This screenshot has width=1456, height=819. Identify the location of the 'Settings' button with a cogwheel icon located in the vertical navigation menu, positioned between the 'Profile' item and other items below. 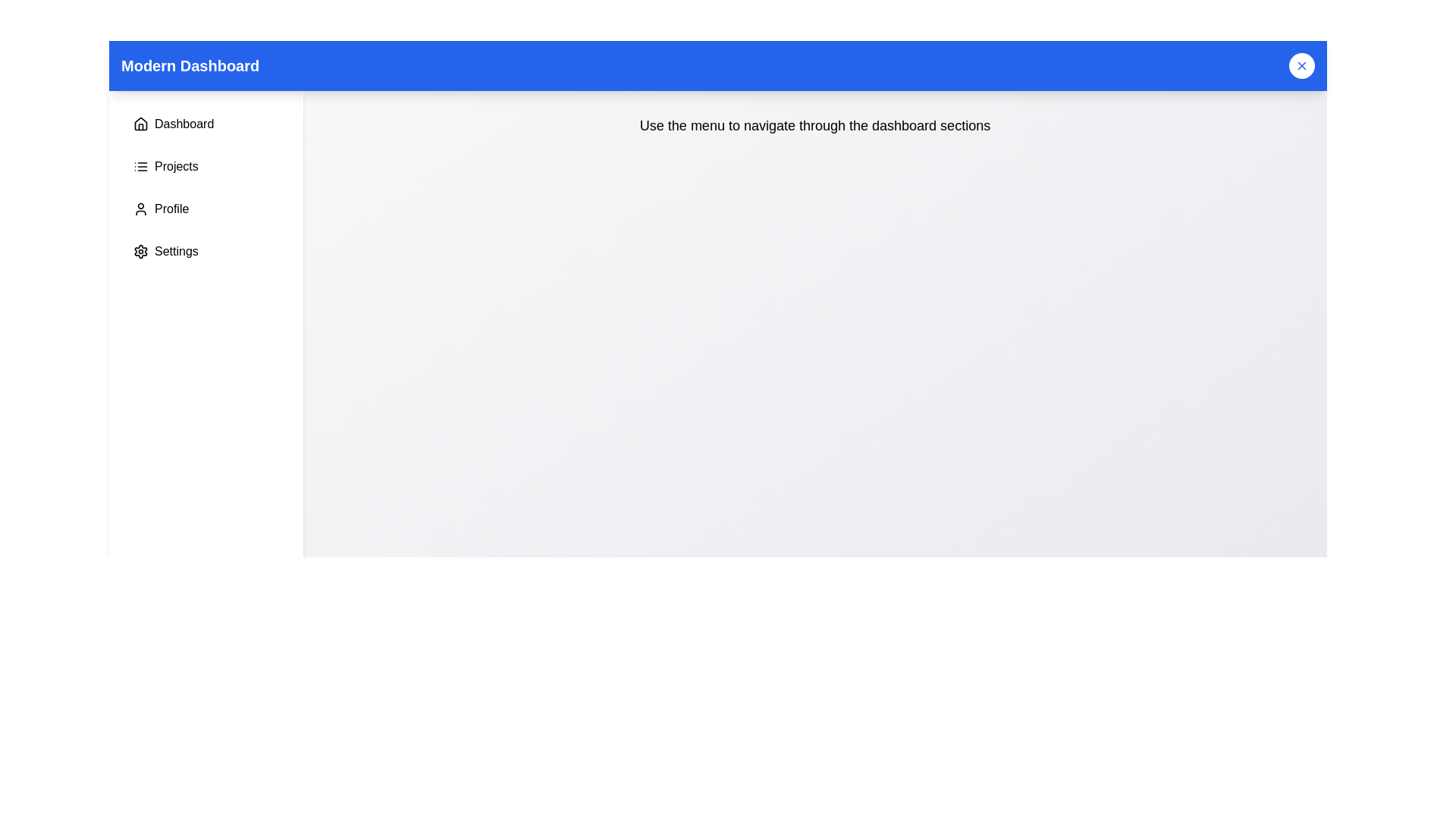
(206, 250).